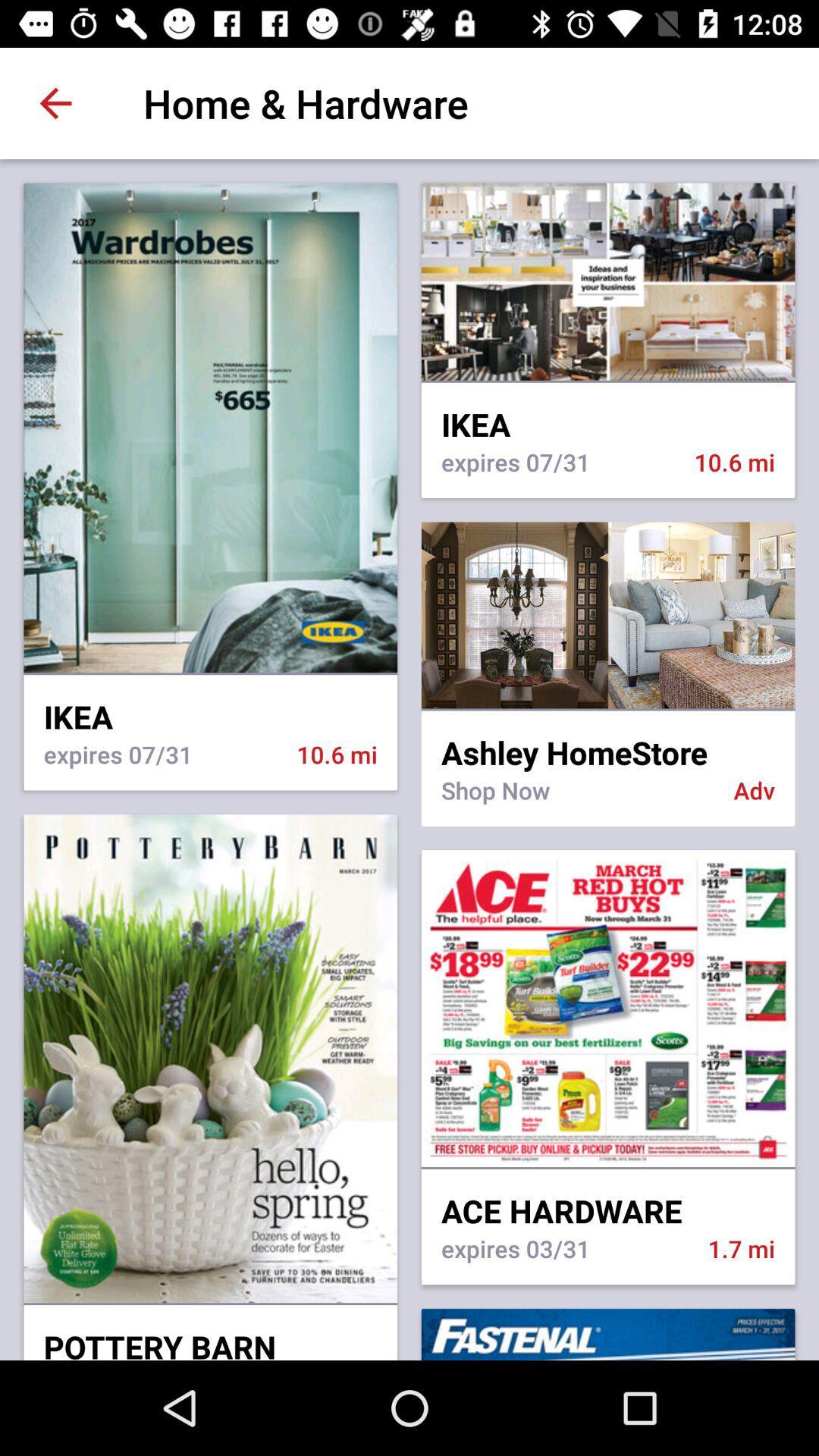  I want to click on open advertisement, so click(607, 615).